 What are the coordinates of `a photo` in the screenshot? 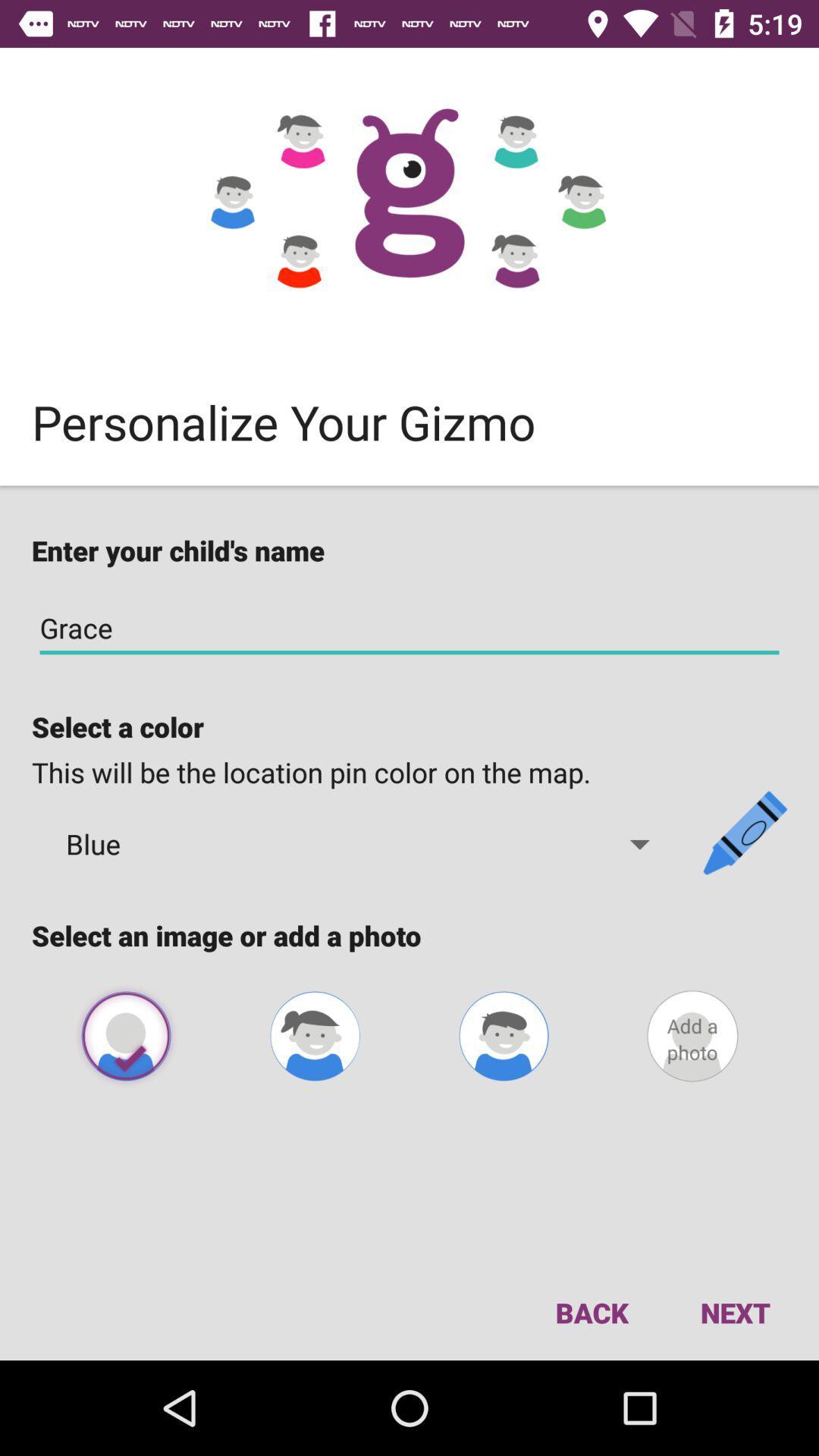 It's located at (692, 1035).